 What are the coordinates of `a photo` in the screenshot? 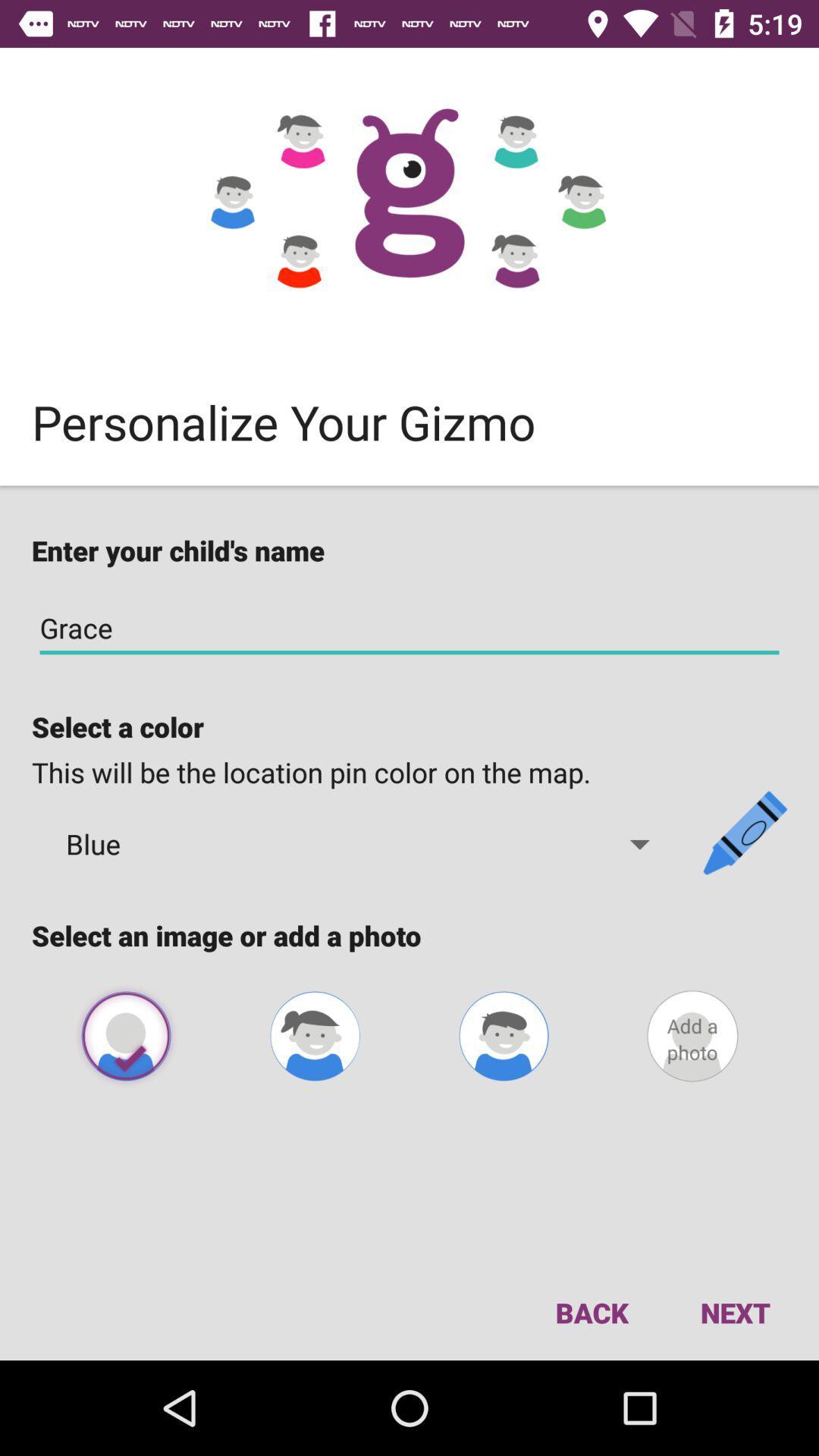 It's located at (692, 1035).